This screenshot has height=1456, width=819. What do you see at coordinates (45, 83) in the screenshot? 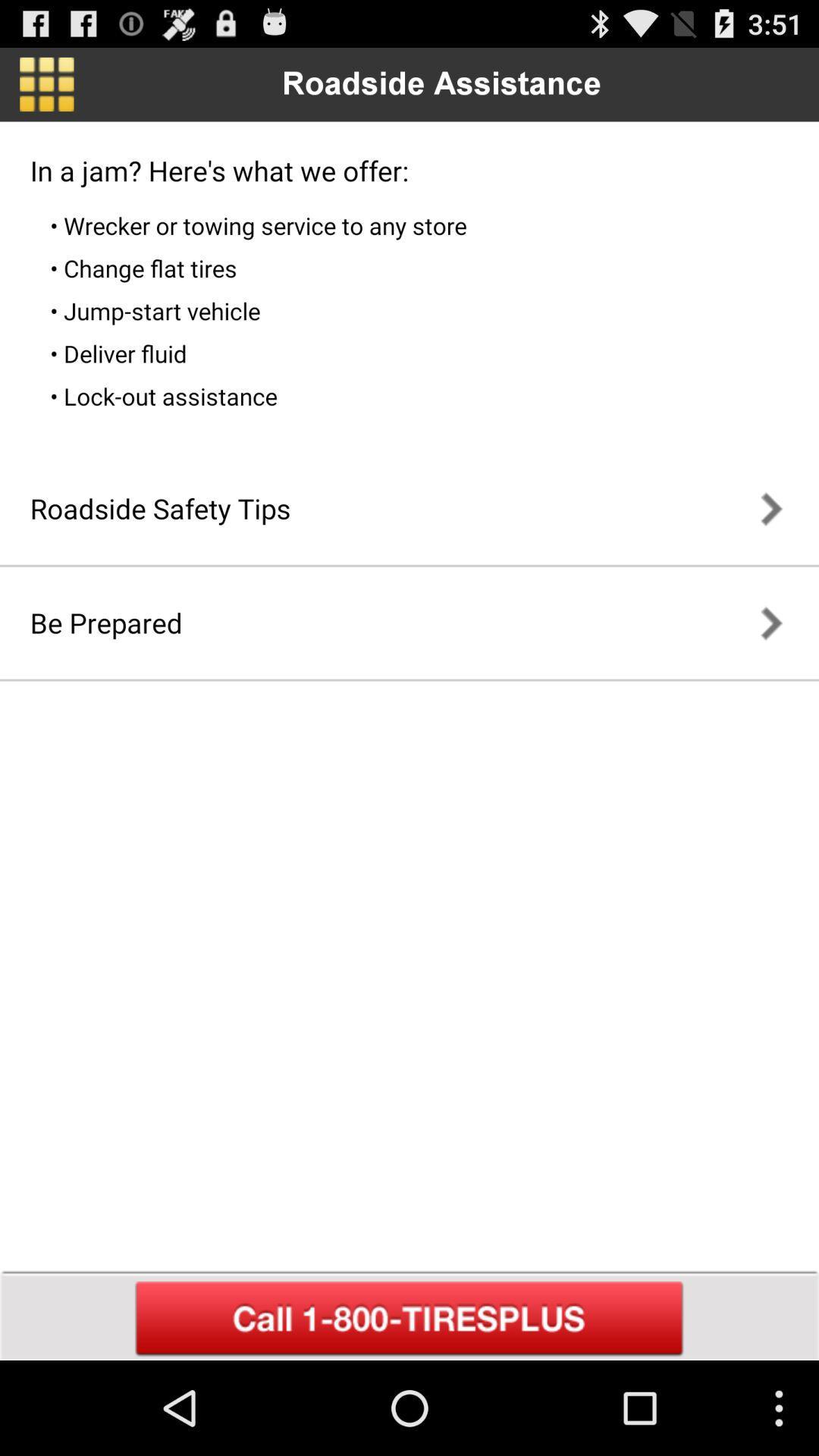
I see `show menu` at bounding box center [45, 83].